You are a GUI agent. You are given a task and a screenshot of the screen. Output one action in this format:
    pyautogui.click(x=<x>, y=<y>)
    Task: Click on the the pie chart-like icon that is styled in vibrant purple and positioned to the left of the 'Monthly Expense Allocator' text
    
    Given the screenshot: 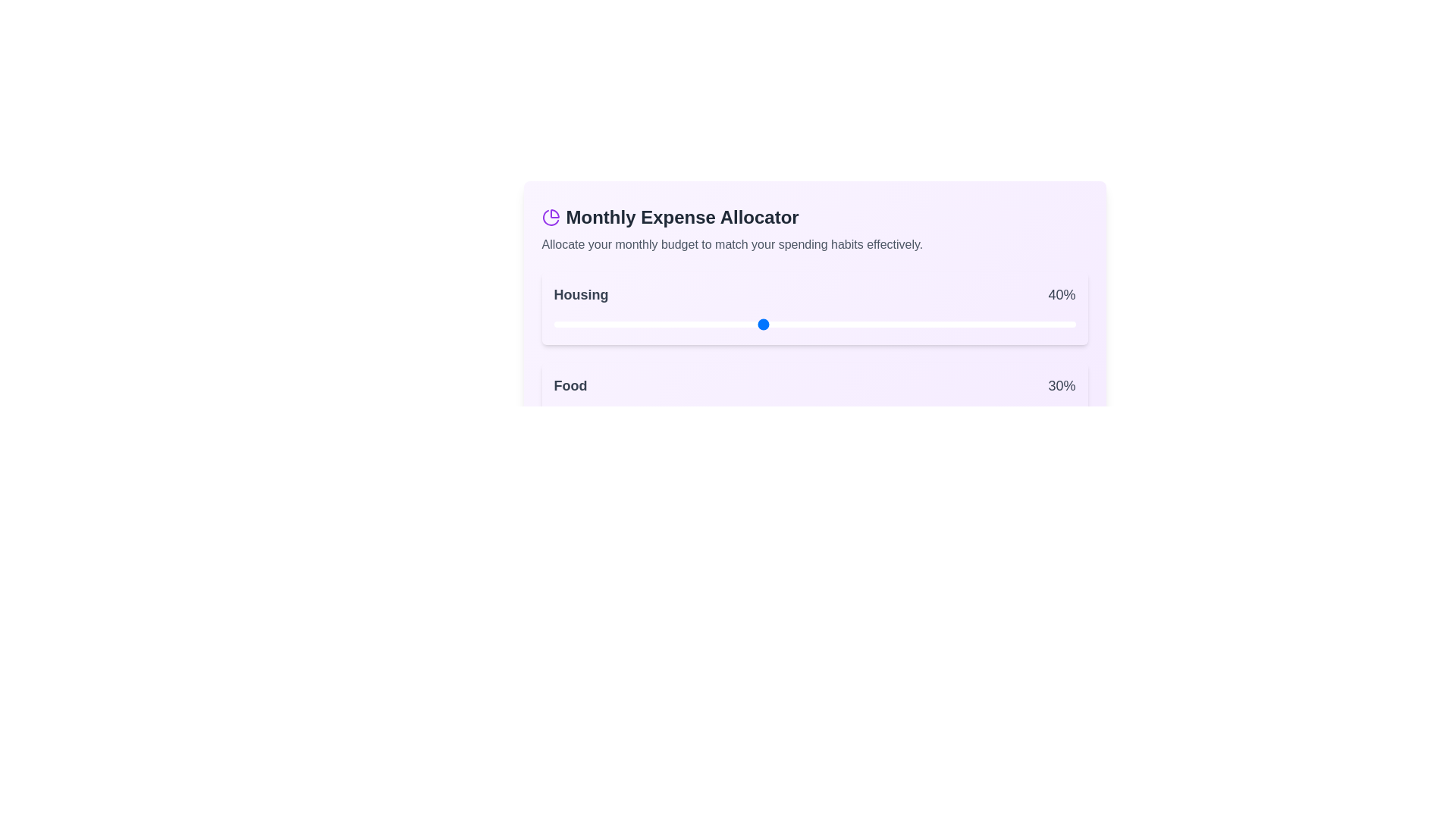 What is the action you would take?
    pyautogui.click(x=550, y=217)
    